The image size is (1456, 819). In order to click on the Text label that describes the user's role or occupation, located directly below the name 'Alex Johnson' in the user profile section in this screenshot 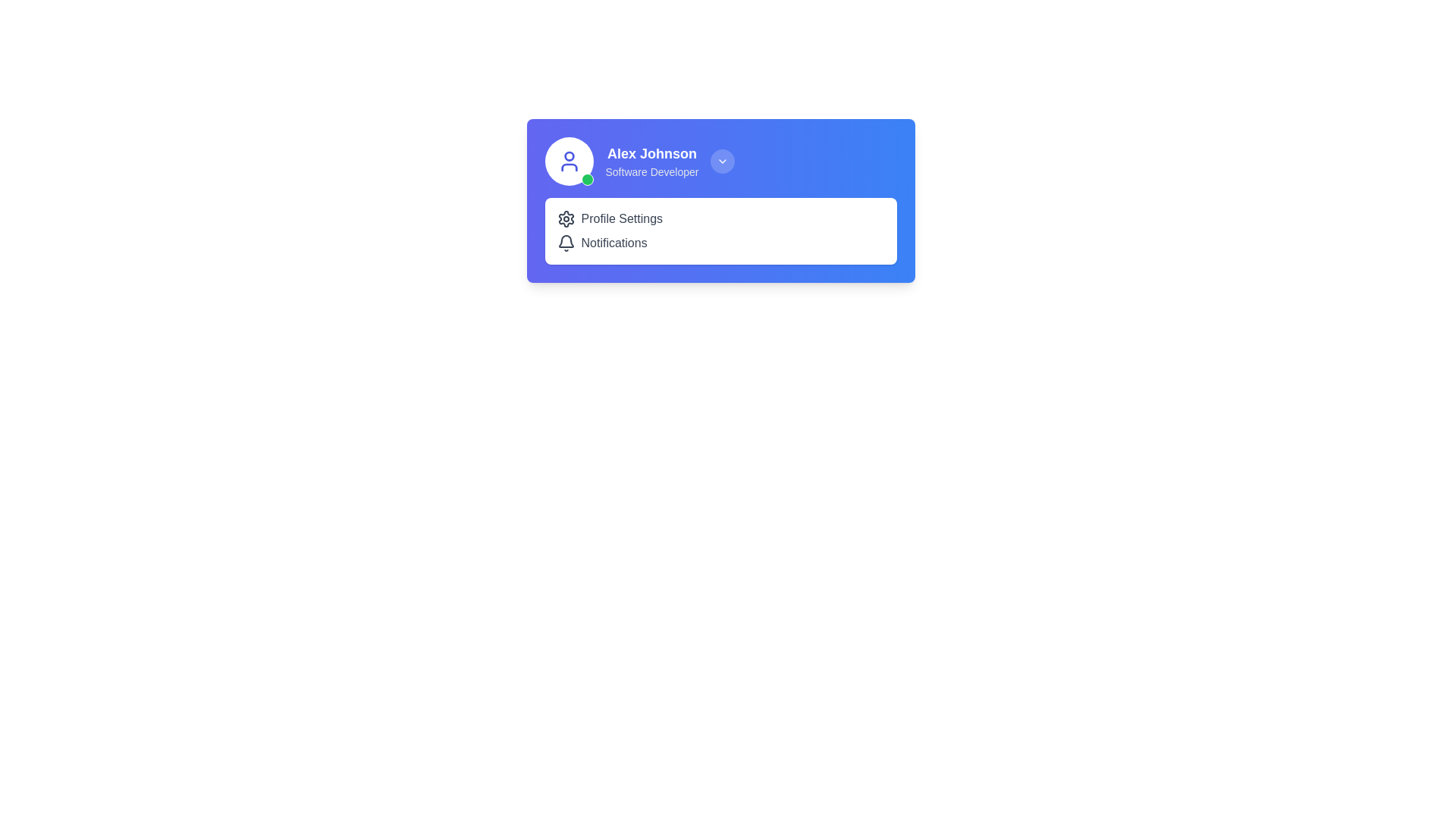, I will do `click(651, 171)`.